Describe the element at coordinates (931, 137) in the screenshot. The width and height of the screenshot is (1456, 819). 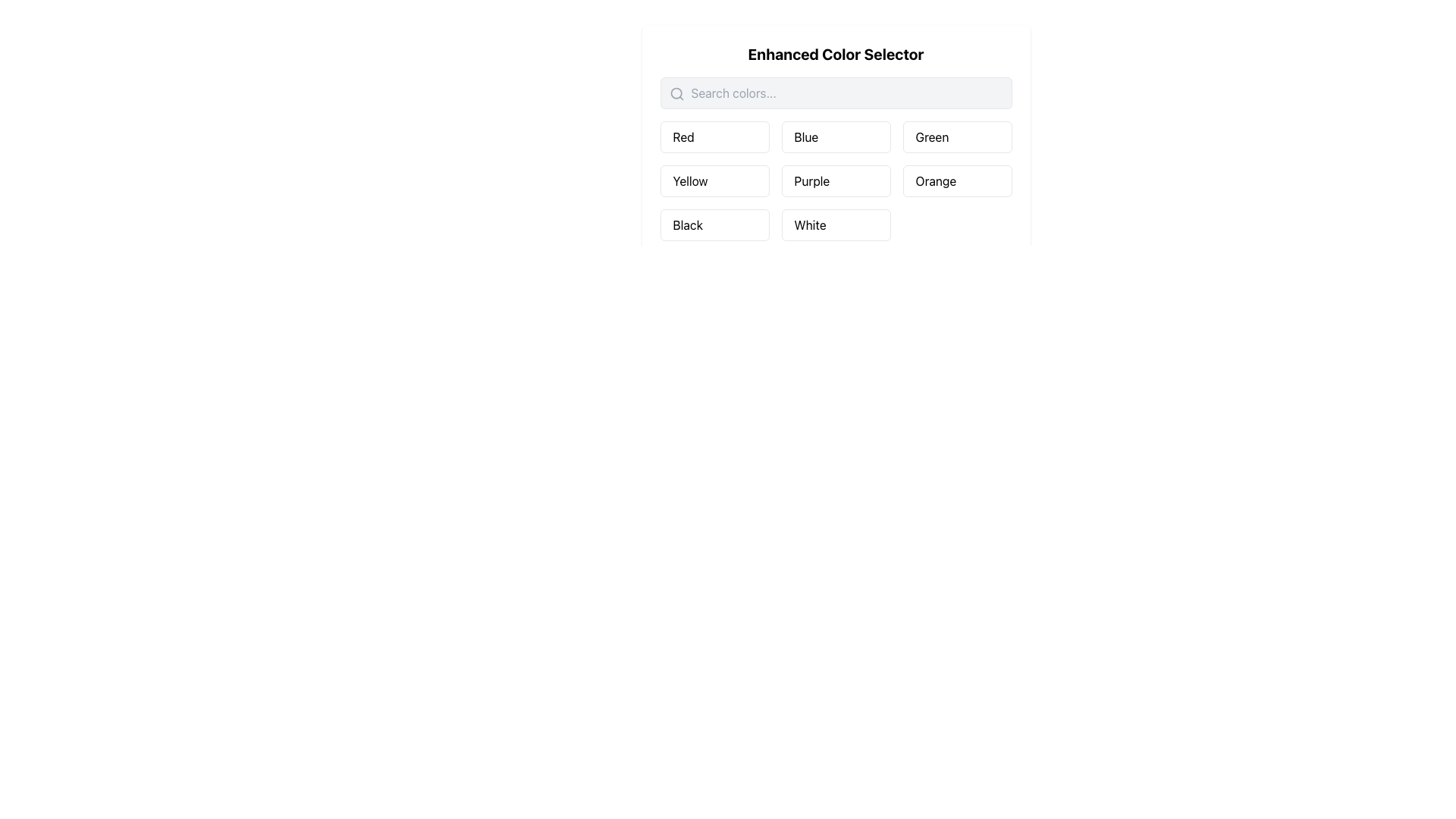
I see `the text label displaying 'Green'` at that location.